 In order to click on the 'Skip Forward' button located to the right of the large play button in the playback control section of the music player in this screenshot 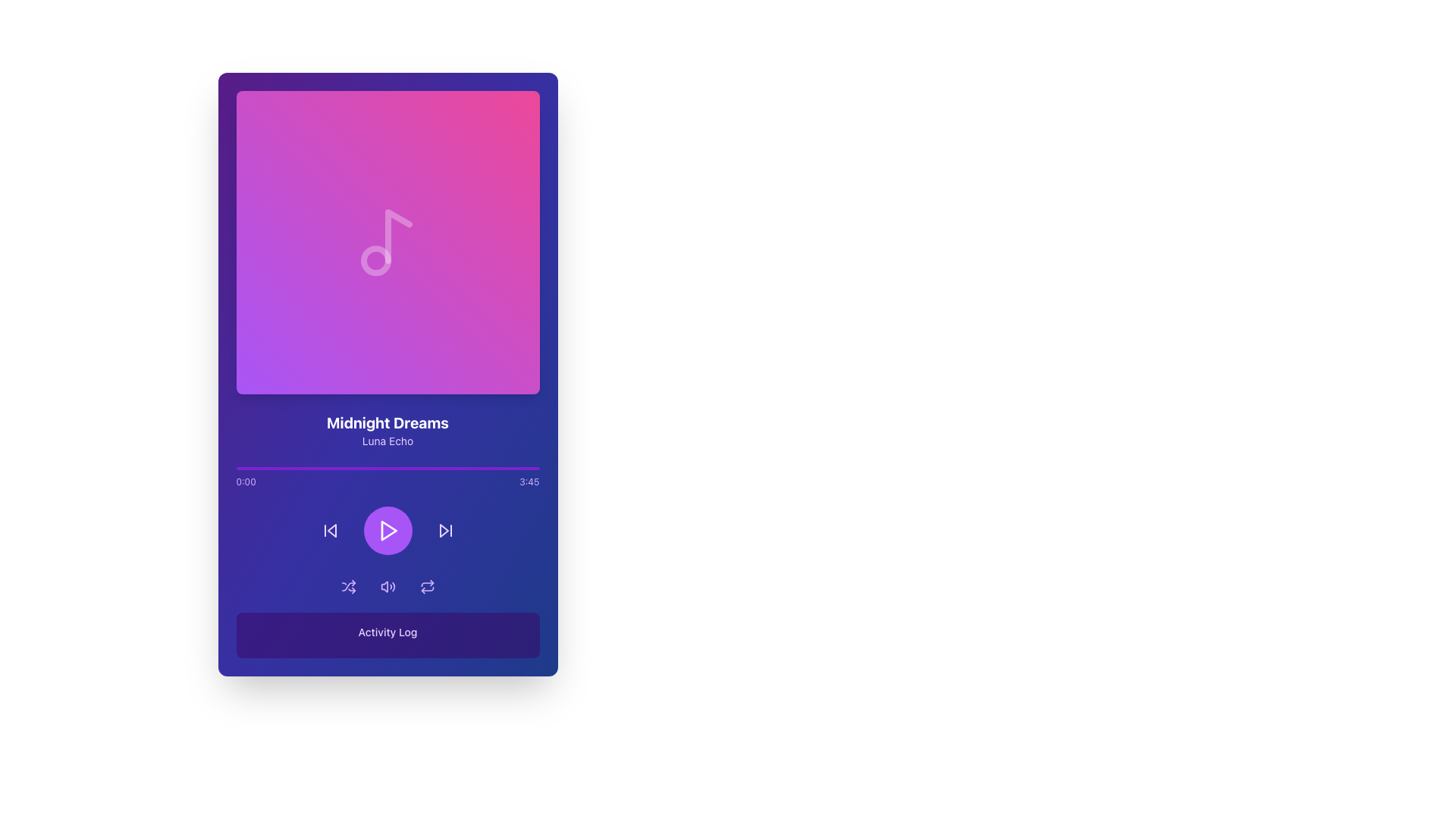, I will do `click(444, 529)`.